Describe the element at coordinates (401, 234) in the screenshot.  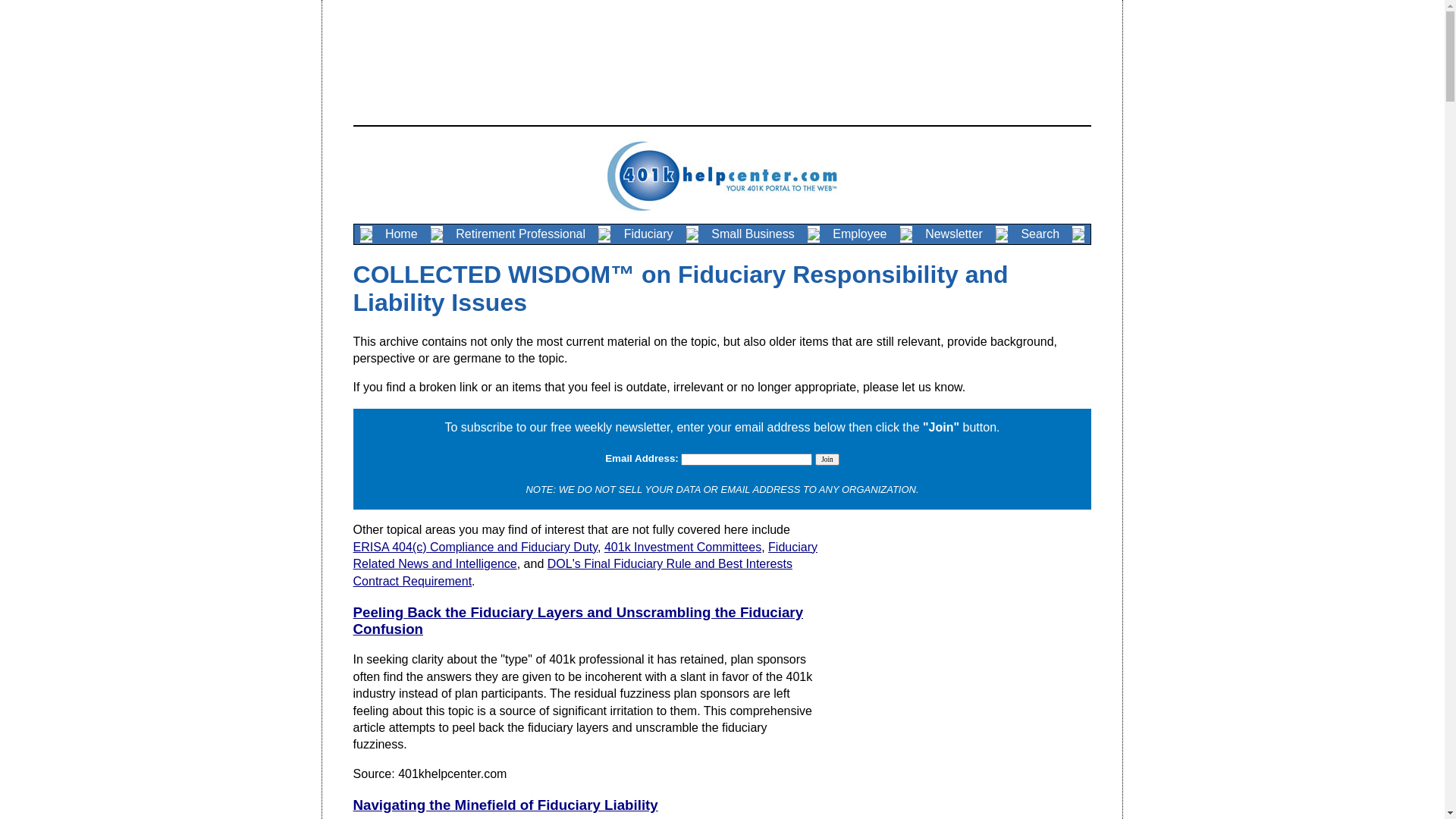
I see `'   Home   '` at that location.